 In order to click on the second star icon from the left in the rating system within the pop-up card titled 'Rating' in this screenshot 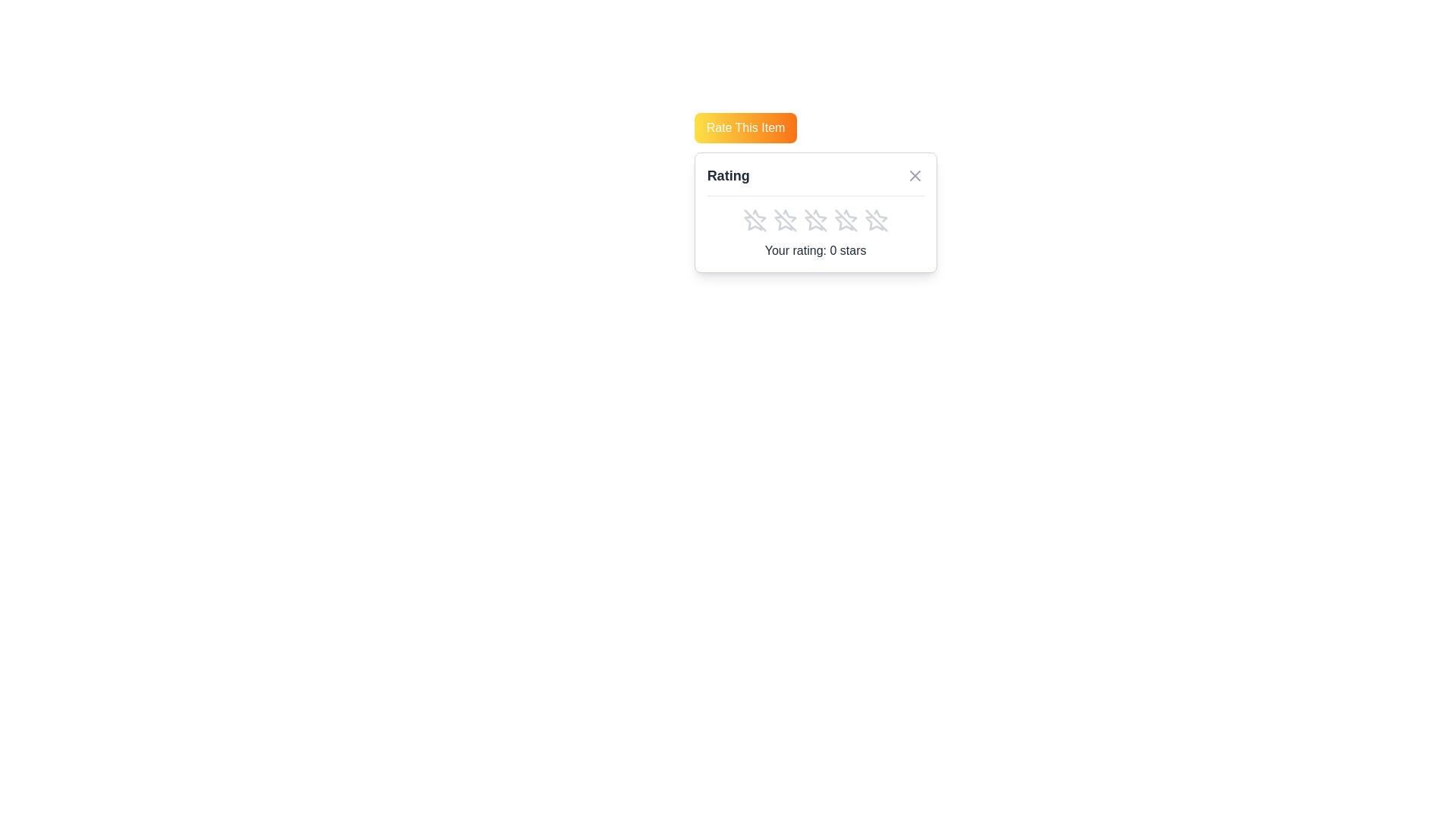, I will do `click(785, 220)`.